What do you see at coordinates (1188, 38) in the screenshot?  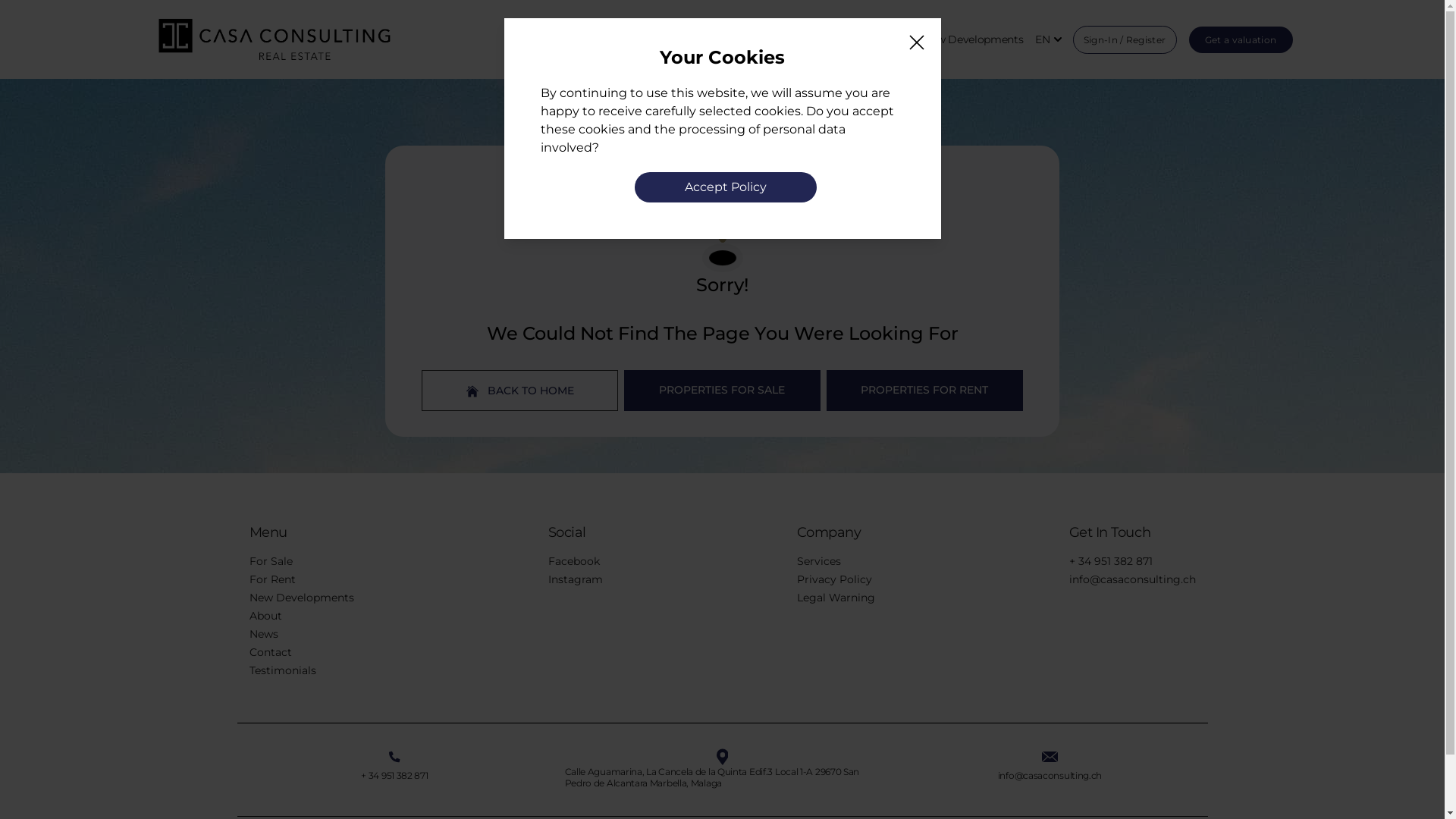 I see `'Get a valuation'` at bounding box center [1188, 38].